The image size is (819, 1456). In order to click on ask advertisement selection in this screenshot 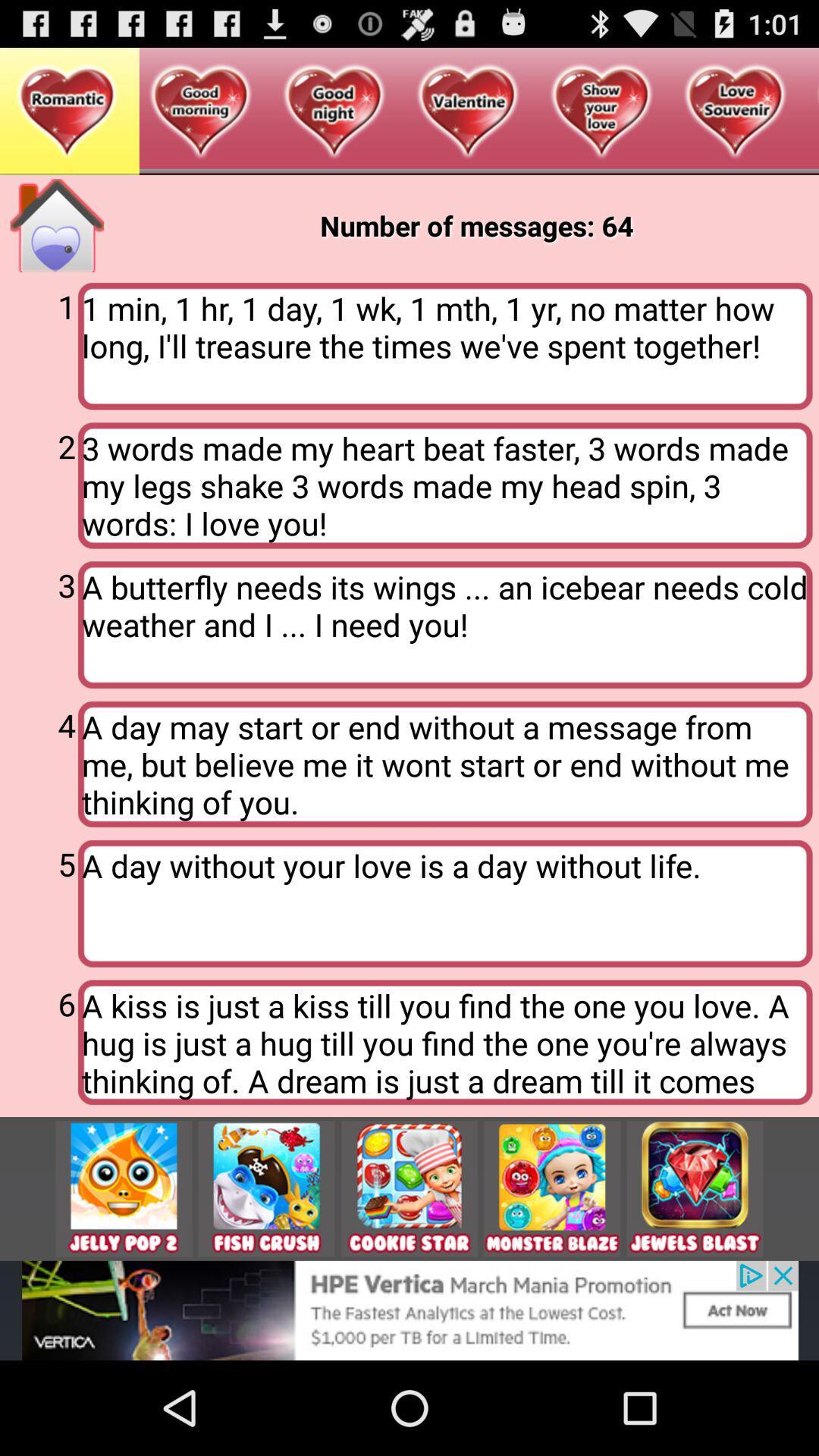, I will do `click(123, 1188)`.